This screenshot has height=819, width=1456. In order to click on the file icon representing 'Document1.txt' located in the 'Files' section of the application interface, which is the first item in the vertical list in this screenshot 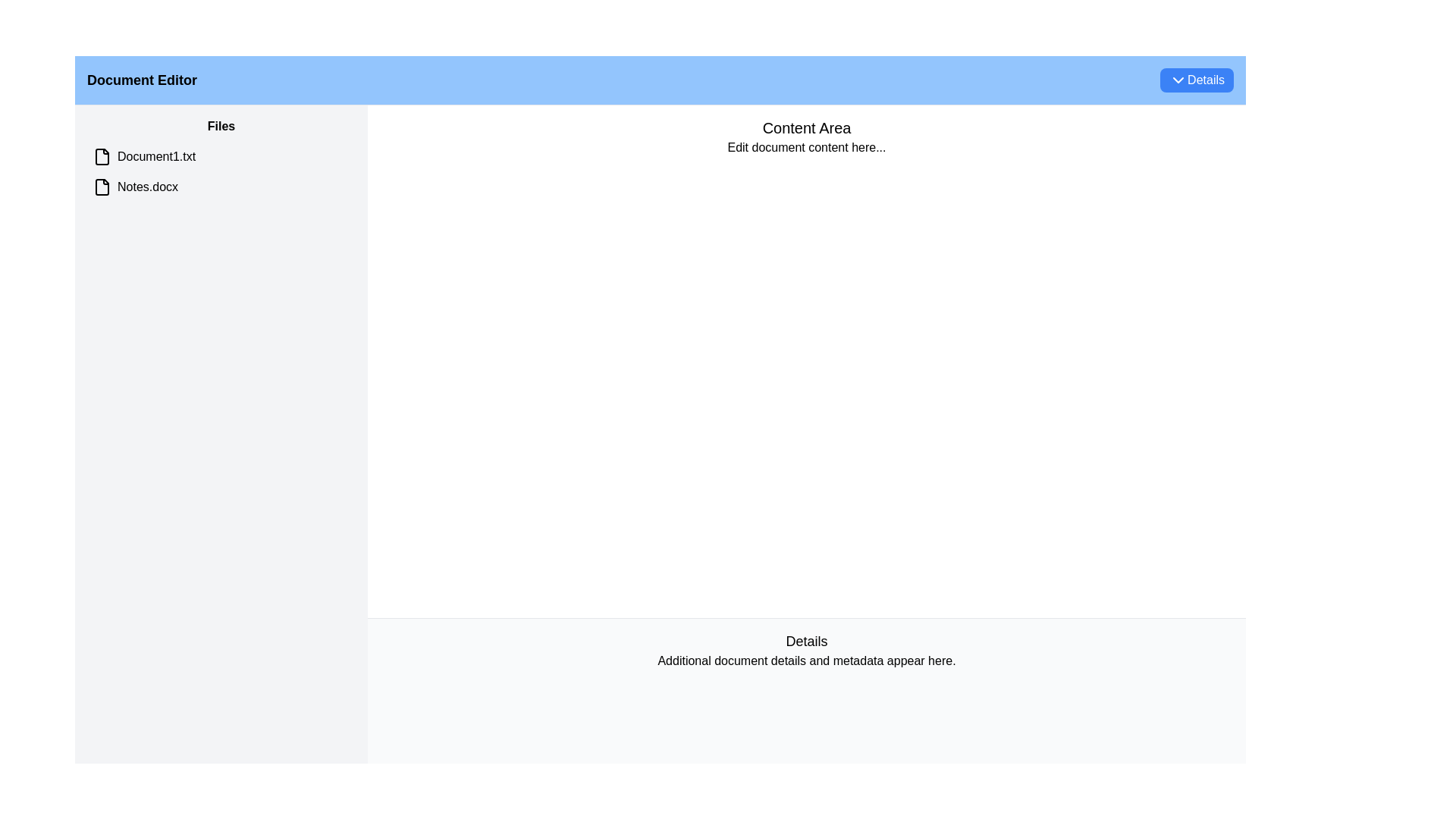, I will do `click(101, 157)`.